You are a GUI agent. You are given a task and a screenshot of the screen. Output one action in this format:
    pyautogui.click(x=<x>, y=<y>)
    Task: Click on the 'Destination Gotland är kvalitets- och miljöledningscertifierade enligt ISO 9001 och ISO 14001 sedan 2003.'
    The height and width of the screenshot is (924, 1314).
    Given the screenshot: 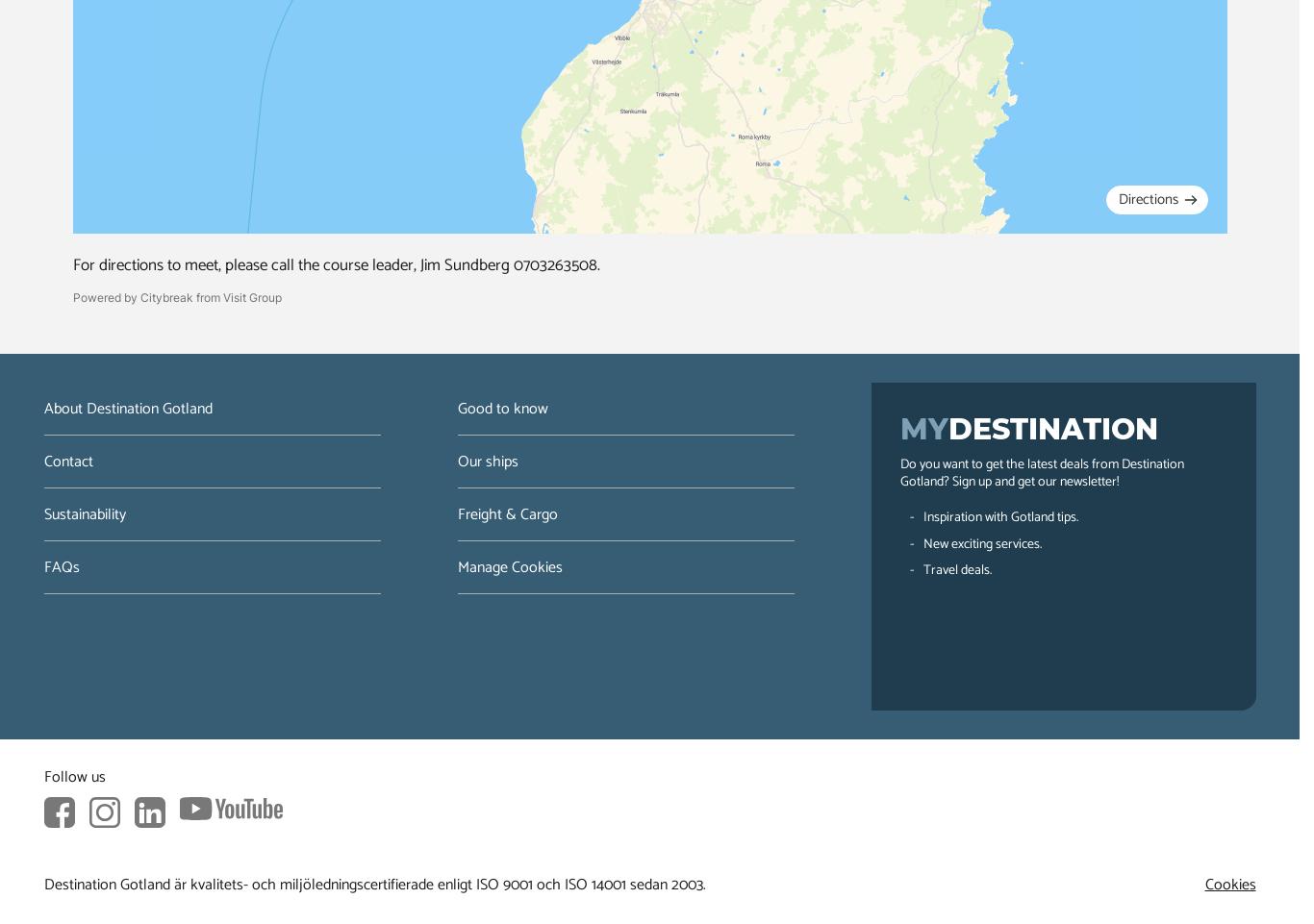 What is the action you would take?
    pyautogui.click(x=373, y=884)
    